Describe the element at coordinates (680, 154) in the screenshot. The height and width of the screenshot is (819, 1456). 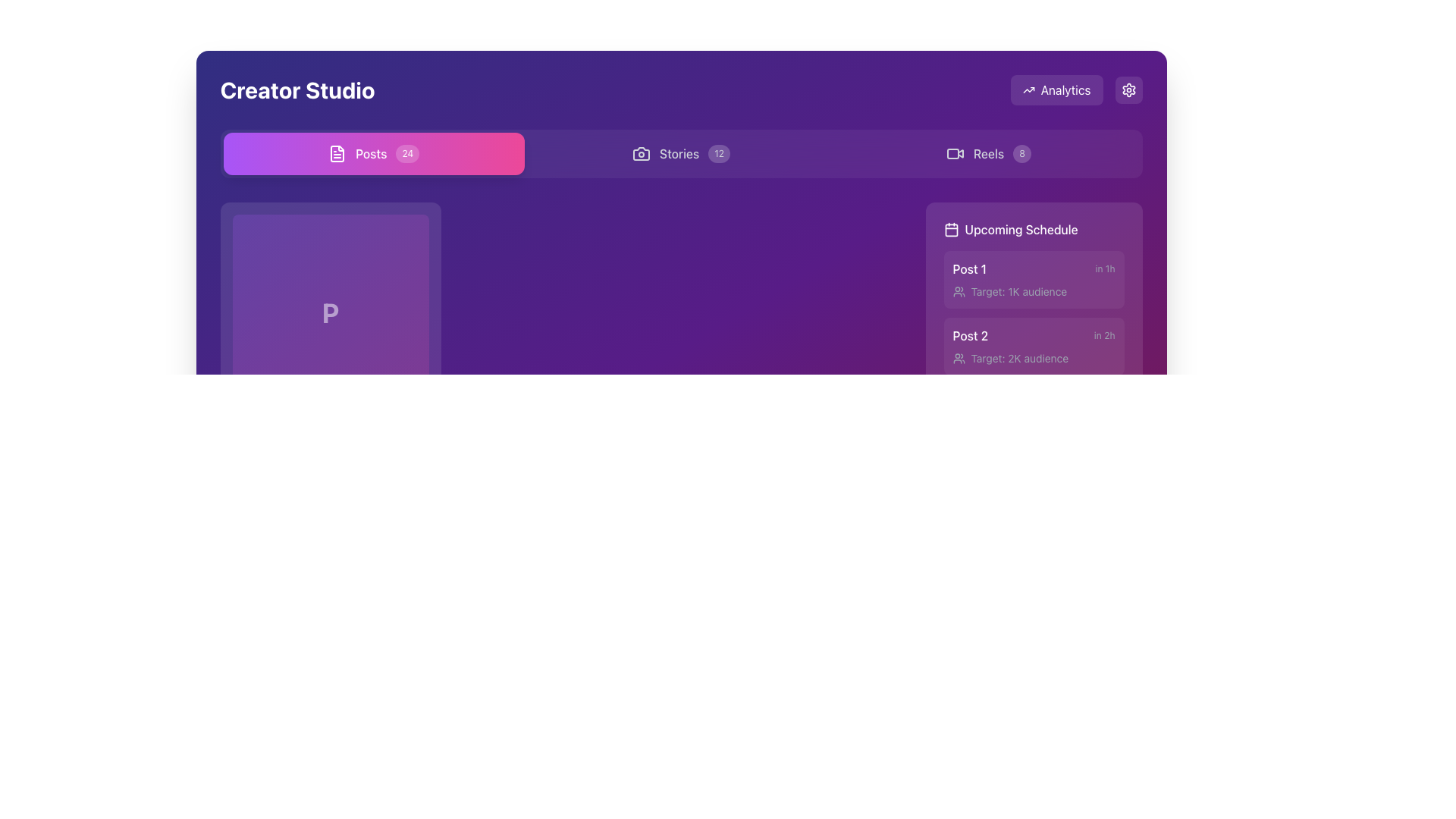
I see `the 'Stories' button, which features a camera icon, the text 'Stories', and a circular badge with the number '12', located centrally in the horizontal row between the 'Posts' and 'Reels' buttons` at that location.